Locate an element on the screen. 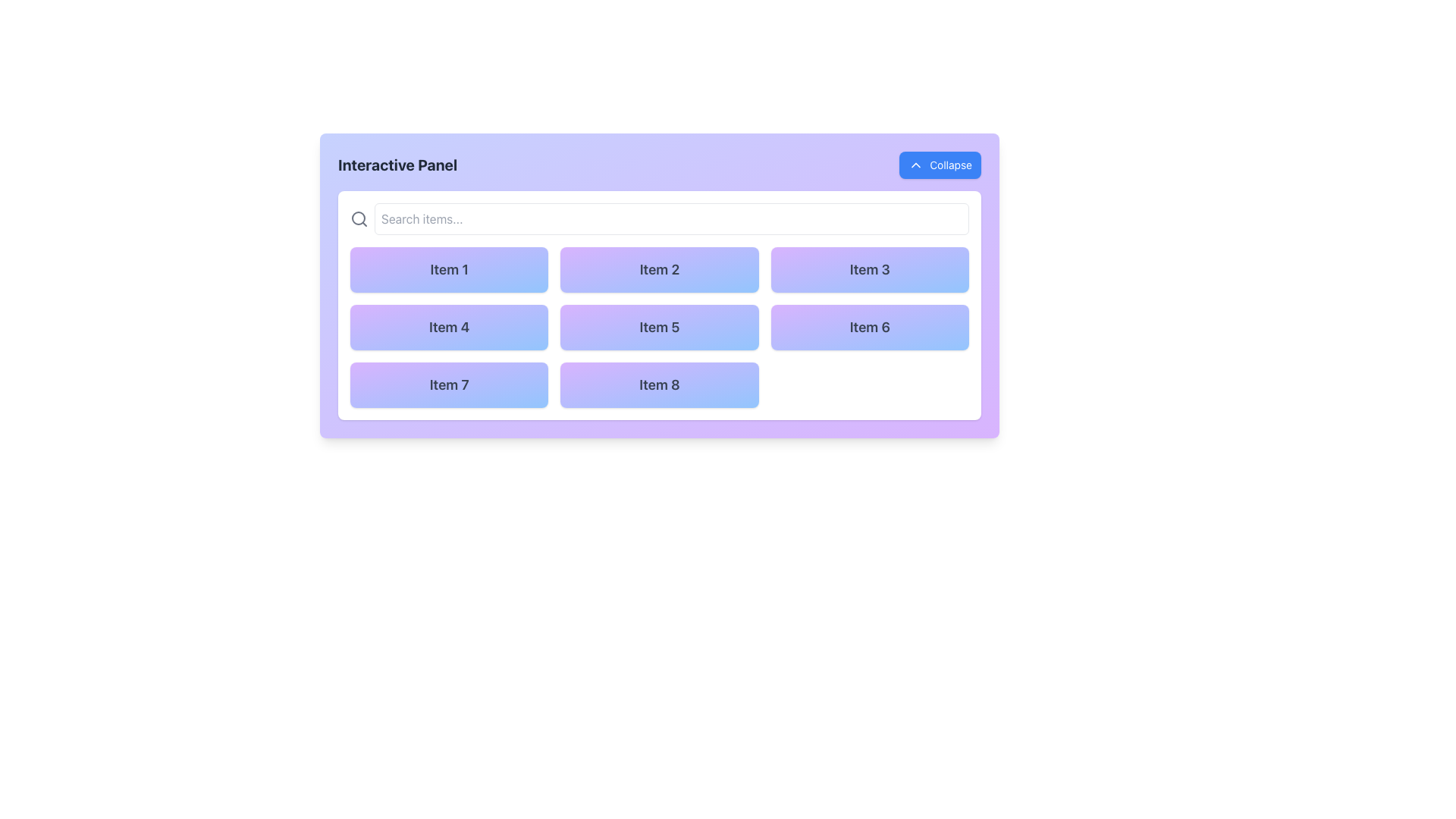 The image size is (1456, 819). the bold textual header labeled 'Interactive Panel' which is prominently displayed in dark gray against a light purple background, located near the top left of the interface is located at coordinates (397, 165).